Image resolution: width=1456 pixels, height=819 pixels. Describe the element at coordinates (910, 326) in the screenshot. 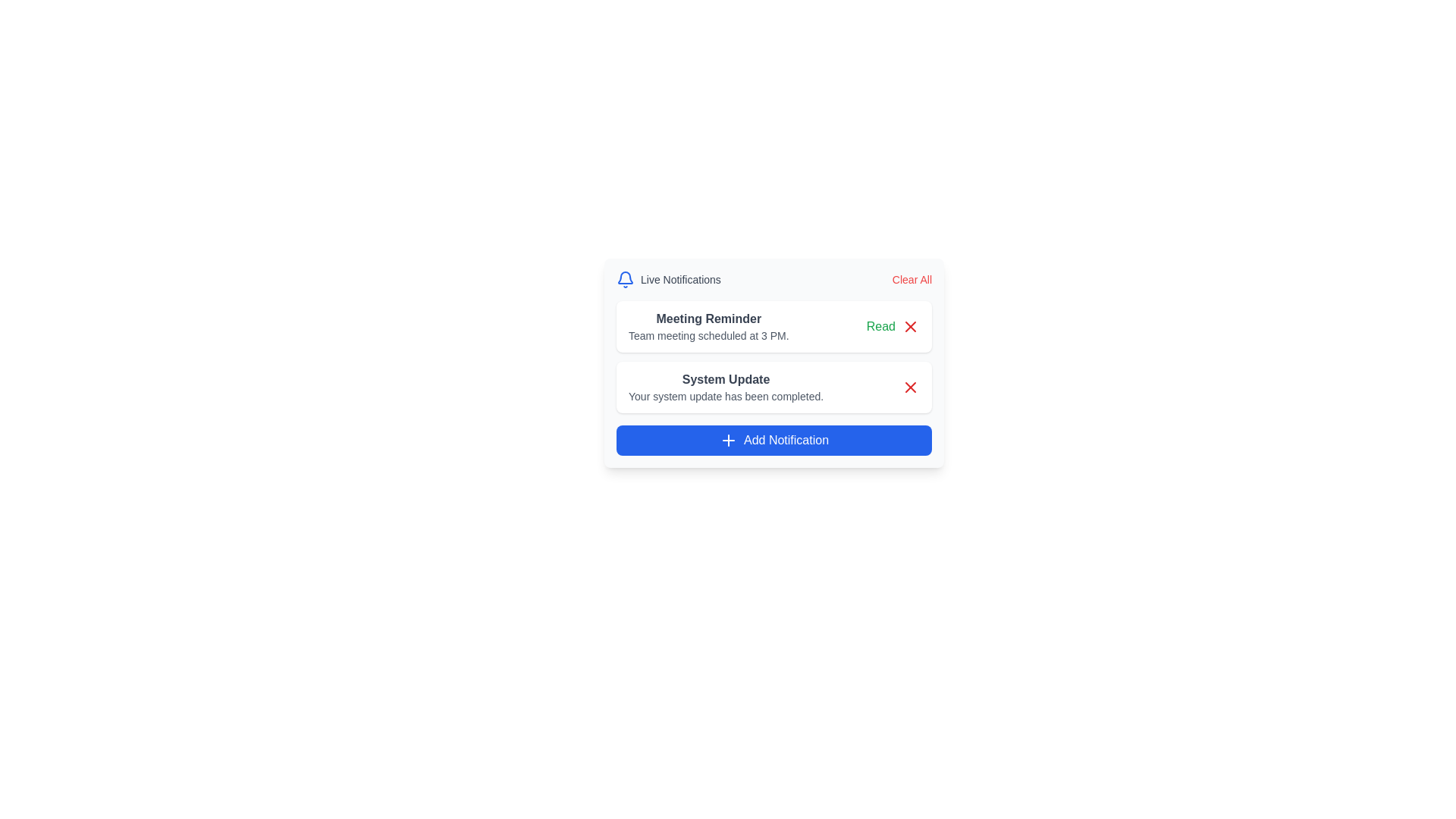

I see `the red 'X' icon button on the far-right side of the notification panel` at that location.